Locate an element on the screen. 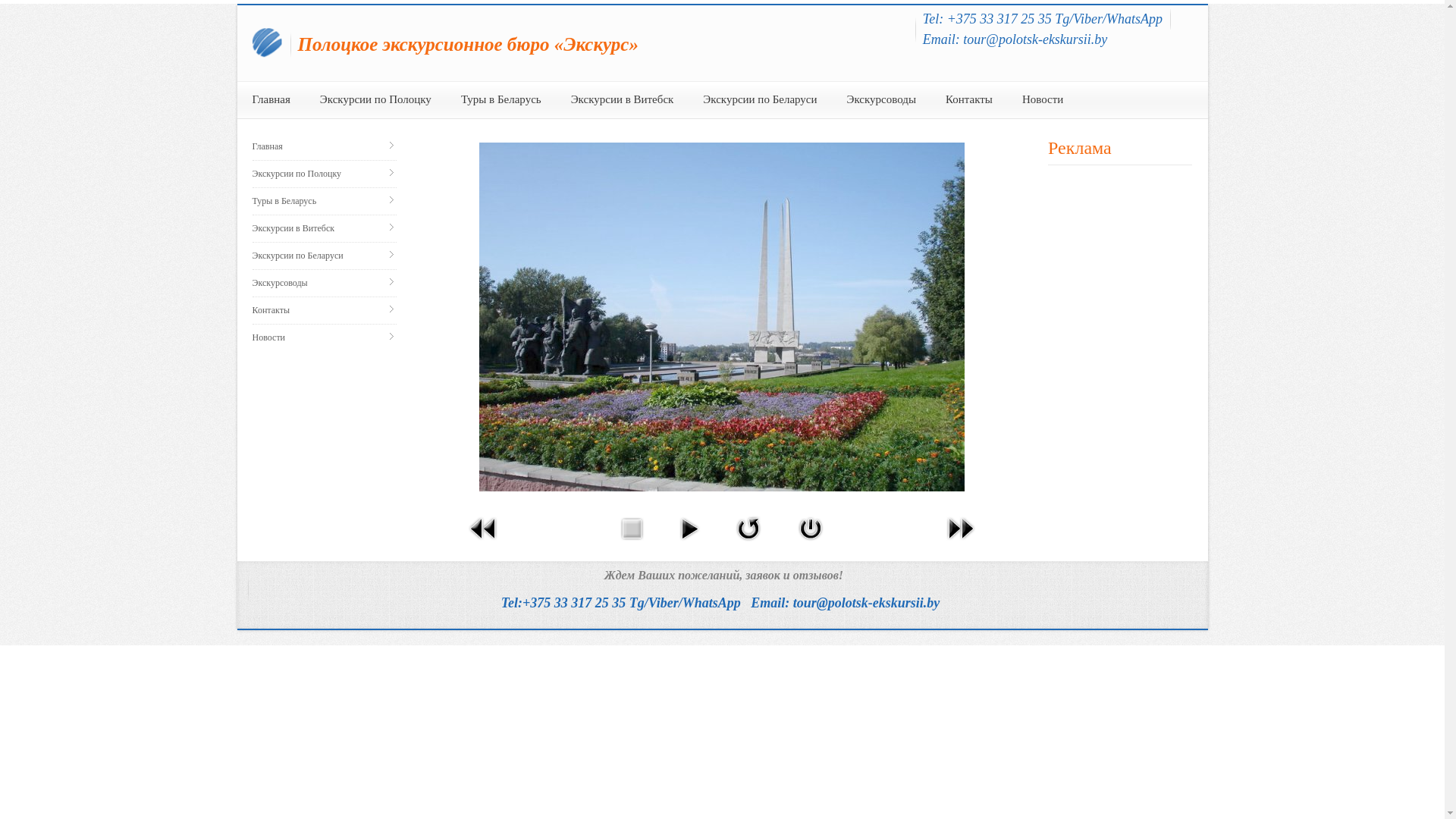  'Tel: +375 33 317 25 35 Tg/Viber/WhatsApp' is located at coordinates (1041, 18).